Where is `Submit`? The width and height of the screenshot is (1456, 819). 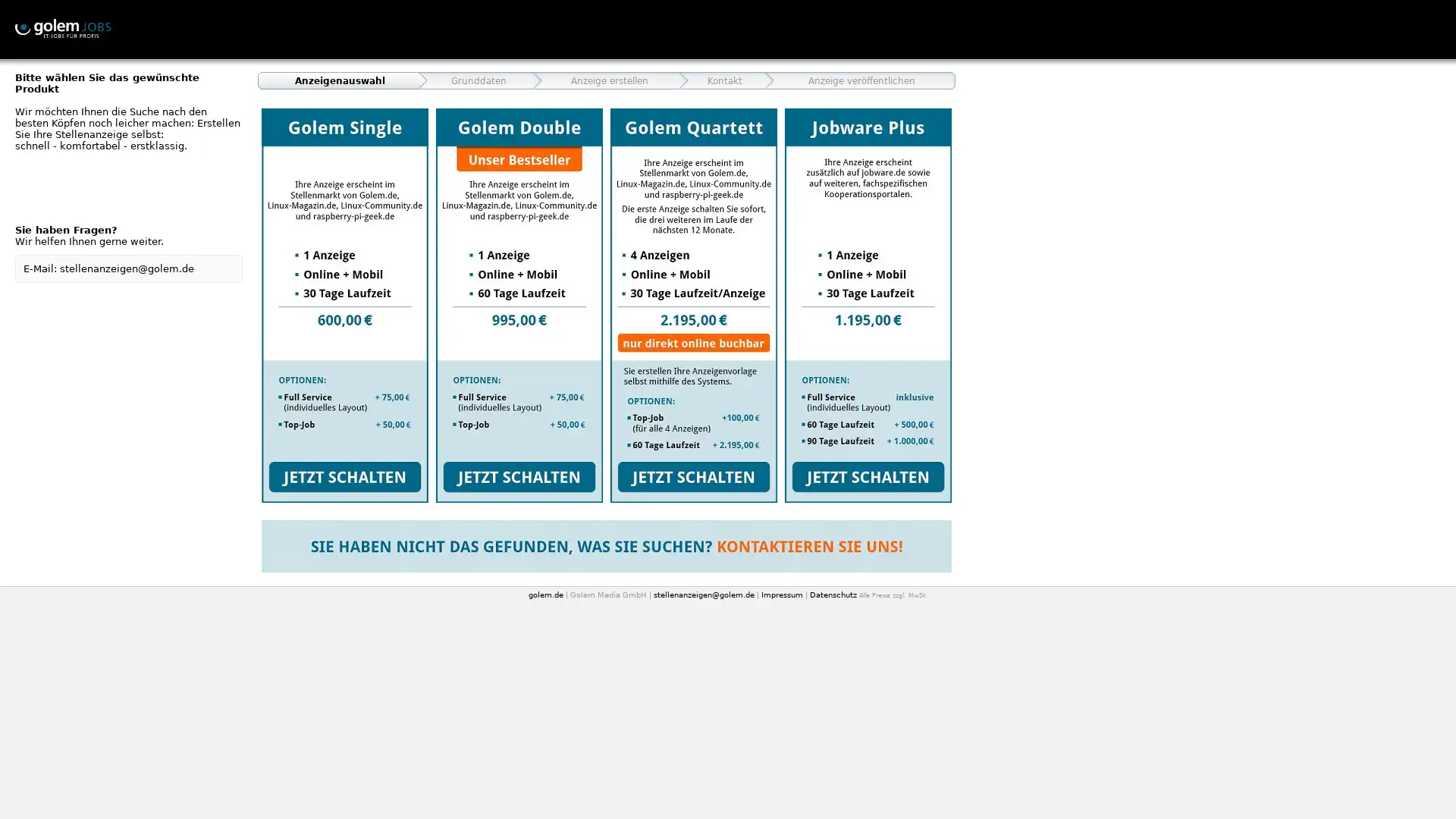
Submit is located at coordinates (868, 305).